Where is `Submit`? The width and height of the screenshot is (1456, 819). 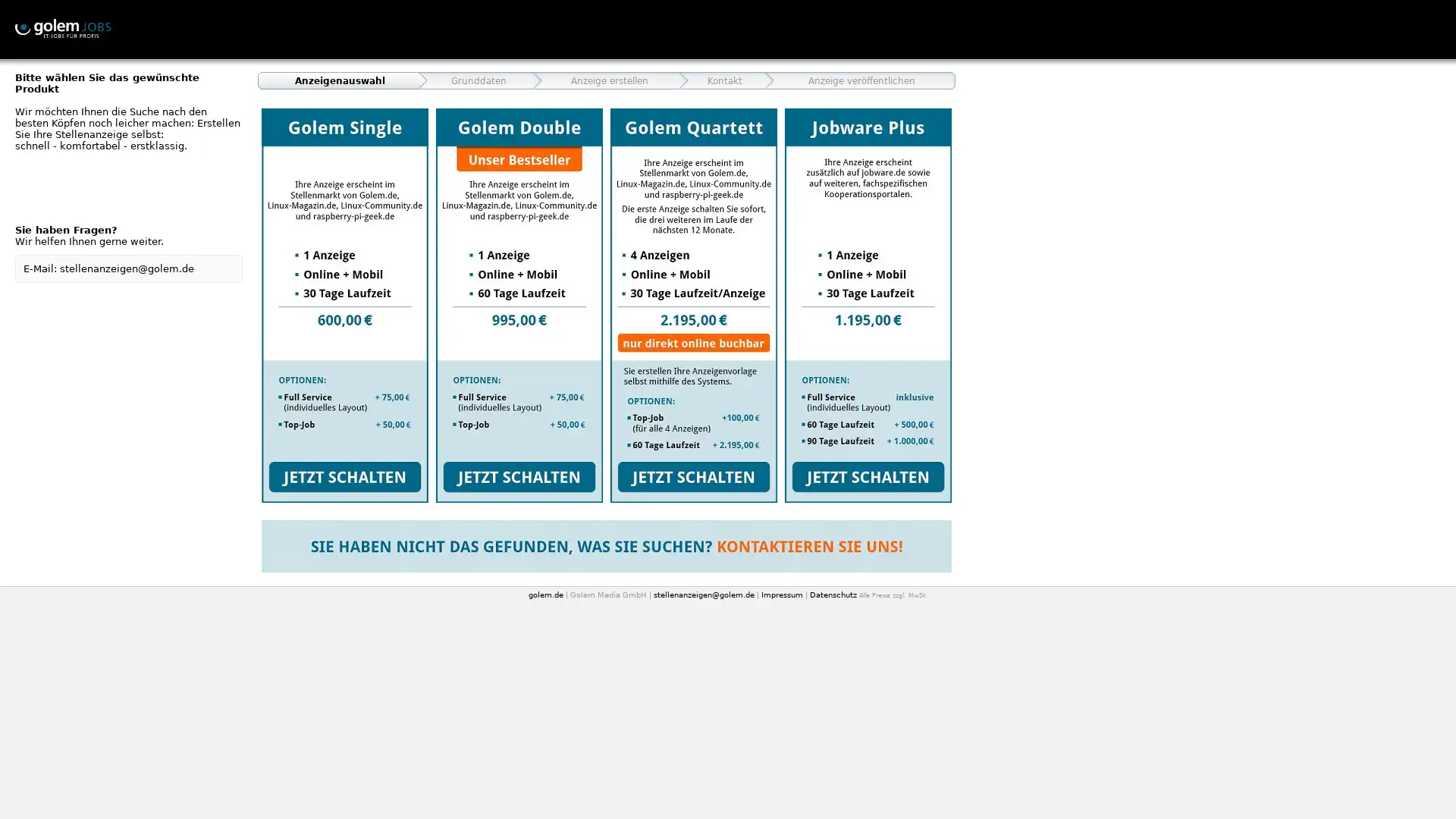
Submit is located at coordinates (868, 305).